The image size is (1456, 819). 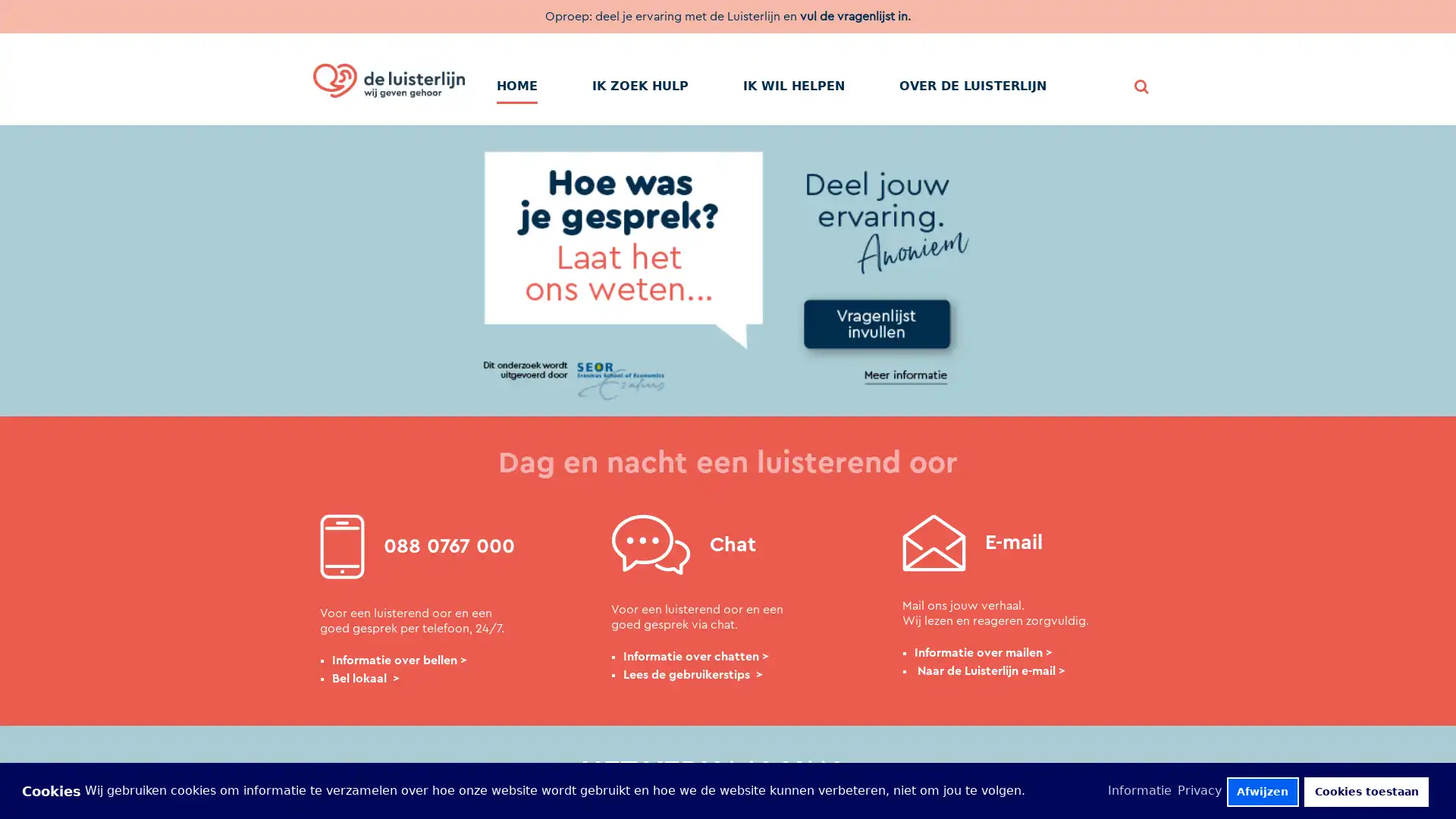 What do you see at coordinates (1141, 789) in the screenshot?
I see `cookie policy` at bounding box center [1141, 789].